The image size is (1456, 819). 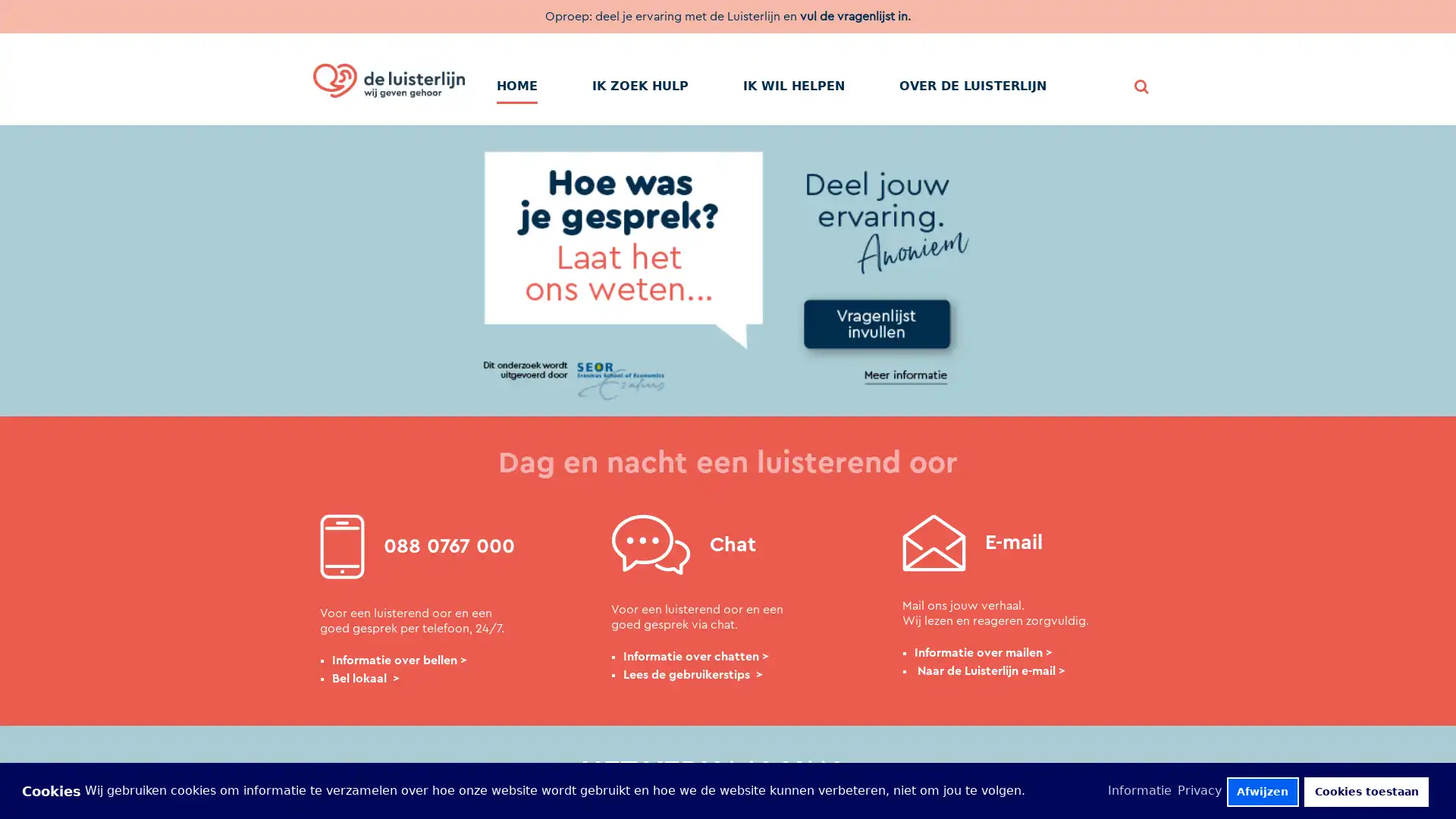 What do you see at coordinates (1141, 789) in the screenshot?
I see `cookie policy` at bounding box center [1141, 789].